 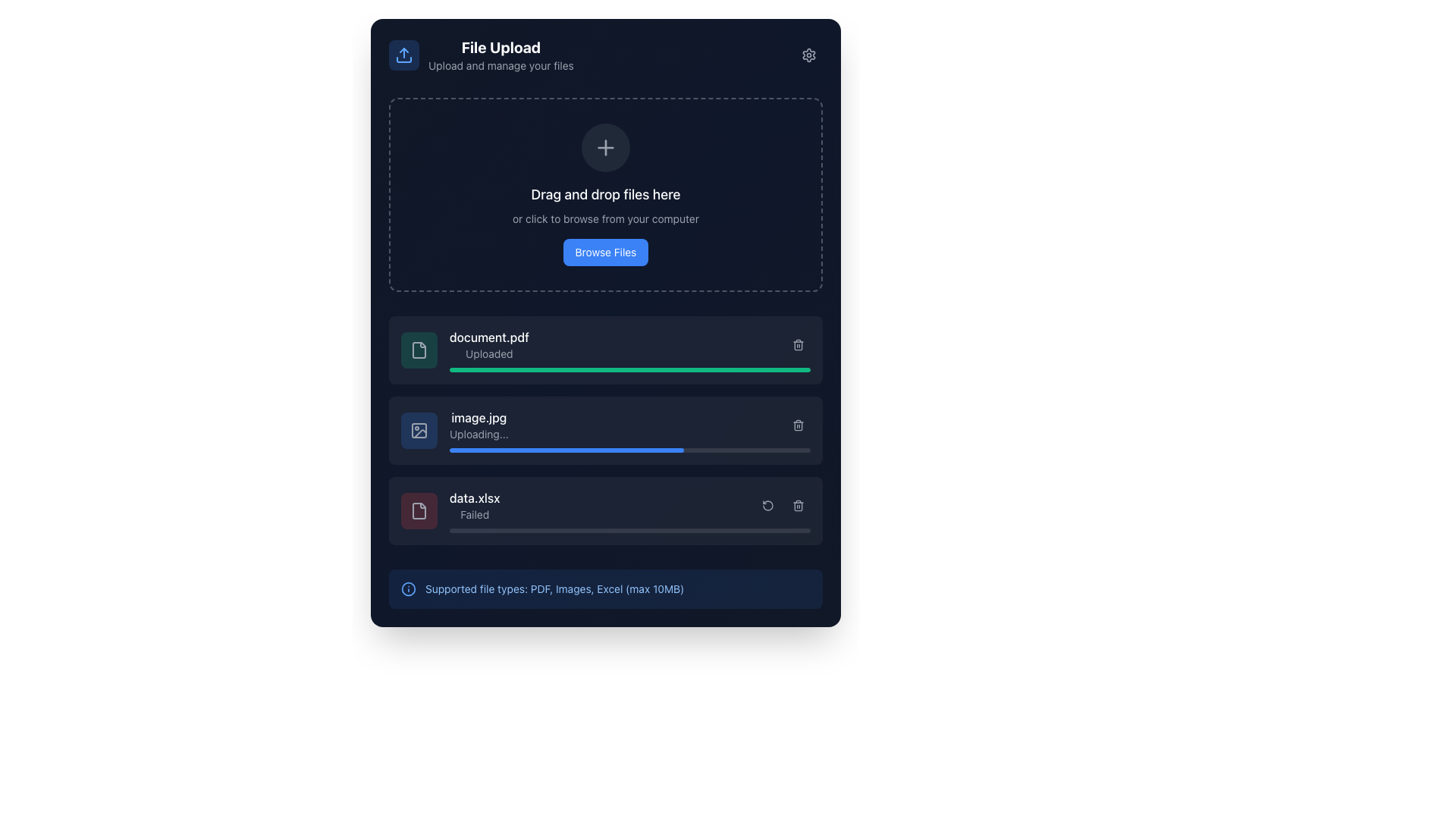 What do you see at coordinates (767, 506) in the screenshot?
I see `the circular retry button with a counter-clockwise arrow located to the left of the trash bin icon in the action row to retry the action` at bounding box center [767, 506].